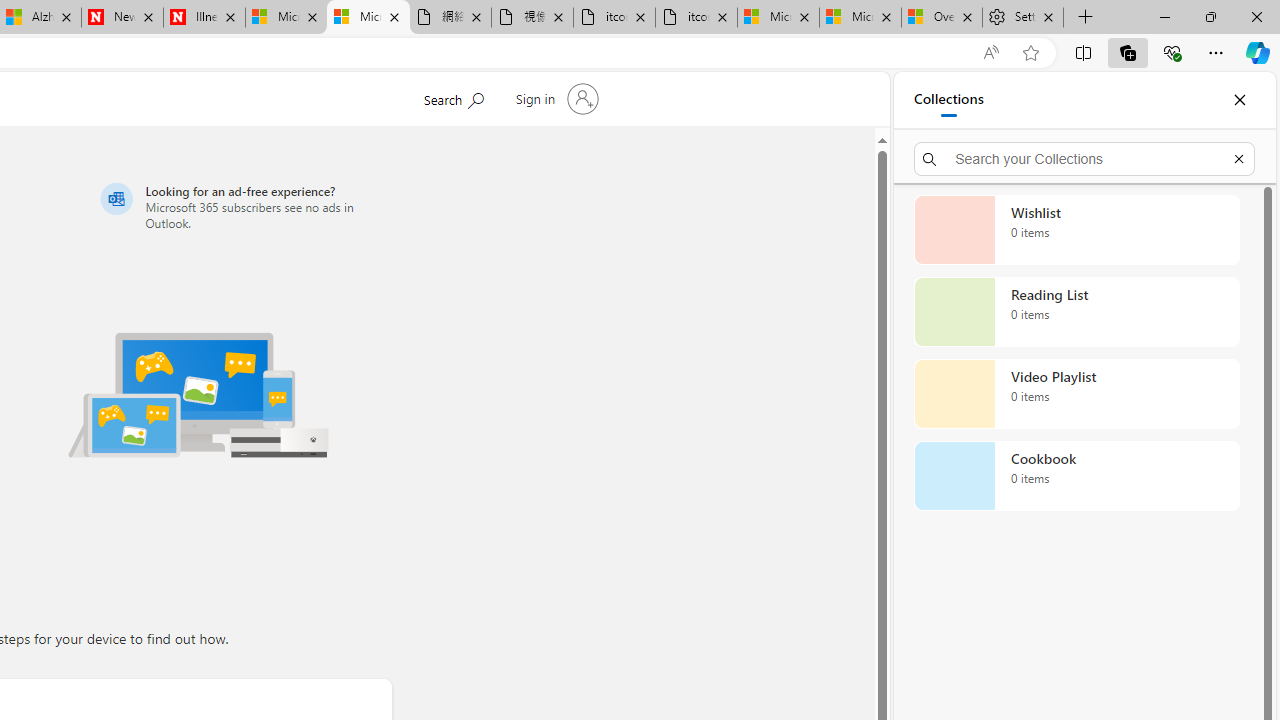 The image size is (1280, 720). What do you see at coordinates (1238, 158) in the screenshot?
I see `'Exit search'` at bounding box center [1238, 158].